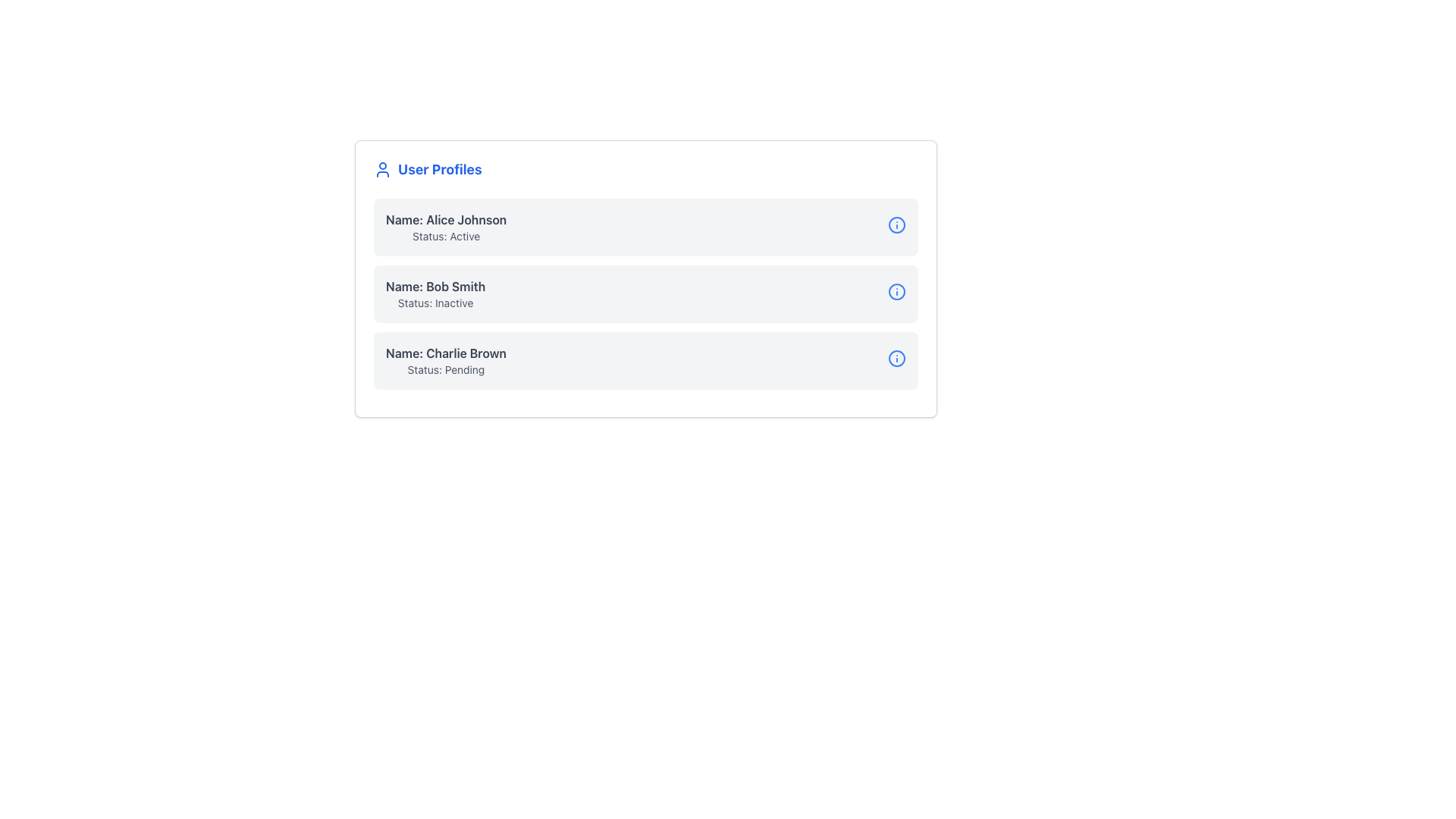 This screenshot has width=1456, height=819. Describe the element at coordinates (896, 360) in the screenshot. I see `the Interactive Status Indicator, which is a circular icon with a blue outline and a dot in the center, indicating 'Verification pending.'` at that location.